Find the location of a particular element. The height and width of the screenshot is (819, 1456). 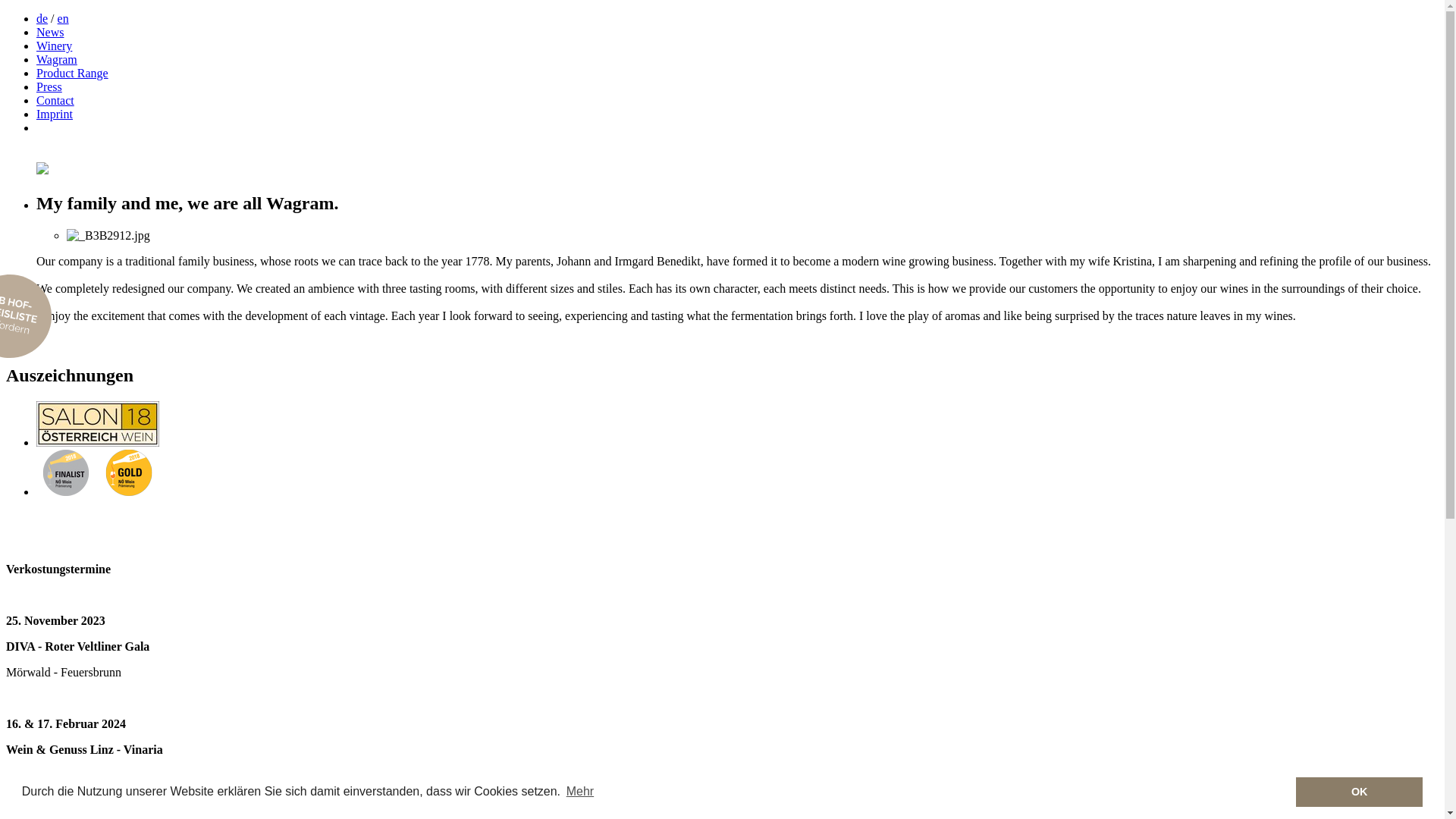

'en' is located at coordinates (58, 18).